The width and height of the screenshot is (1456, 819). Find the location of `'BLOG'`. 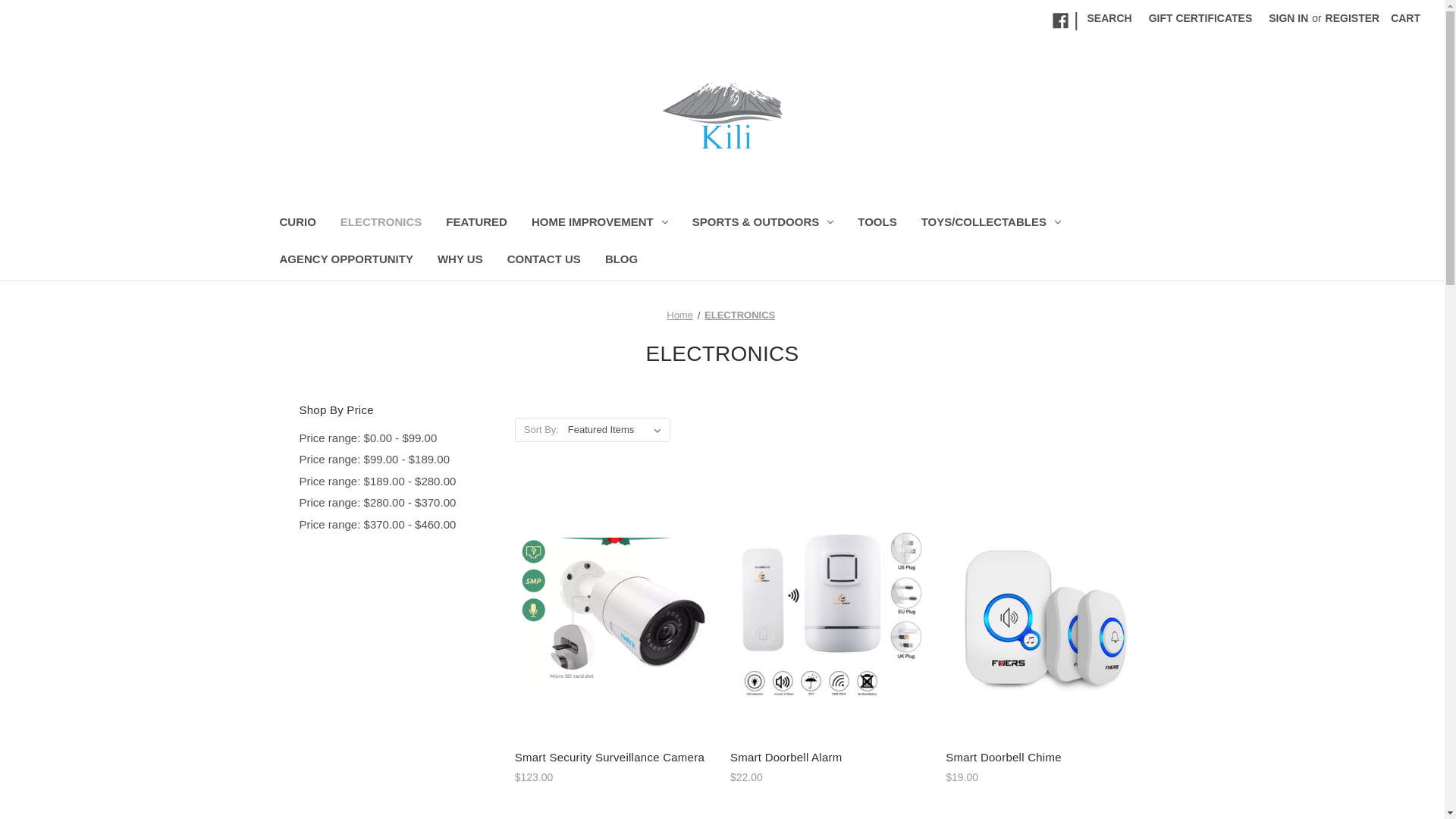

'BLOG' is located at coordinates (621, 260).